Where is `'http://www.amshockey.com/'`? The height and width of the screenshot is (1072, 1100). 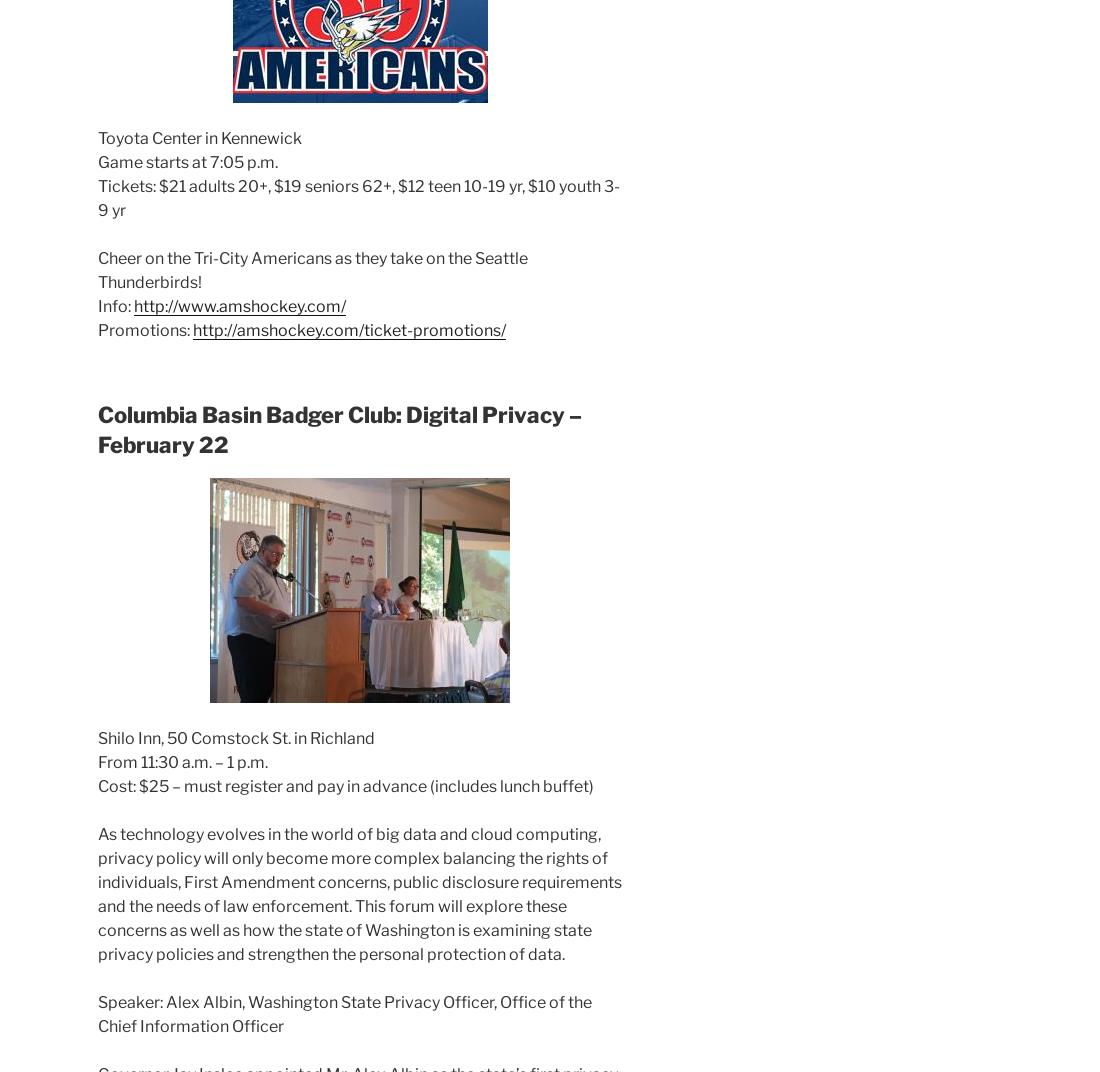
'http://www.amshockey.com/' is located at coordinates (133, 304).